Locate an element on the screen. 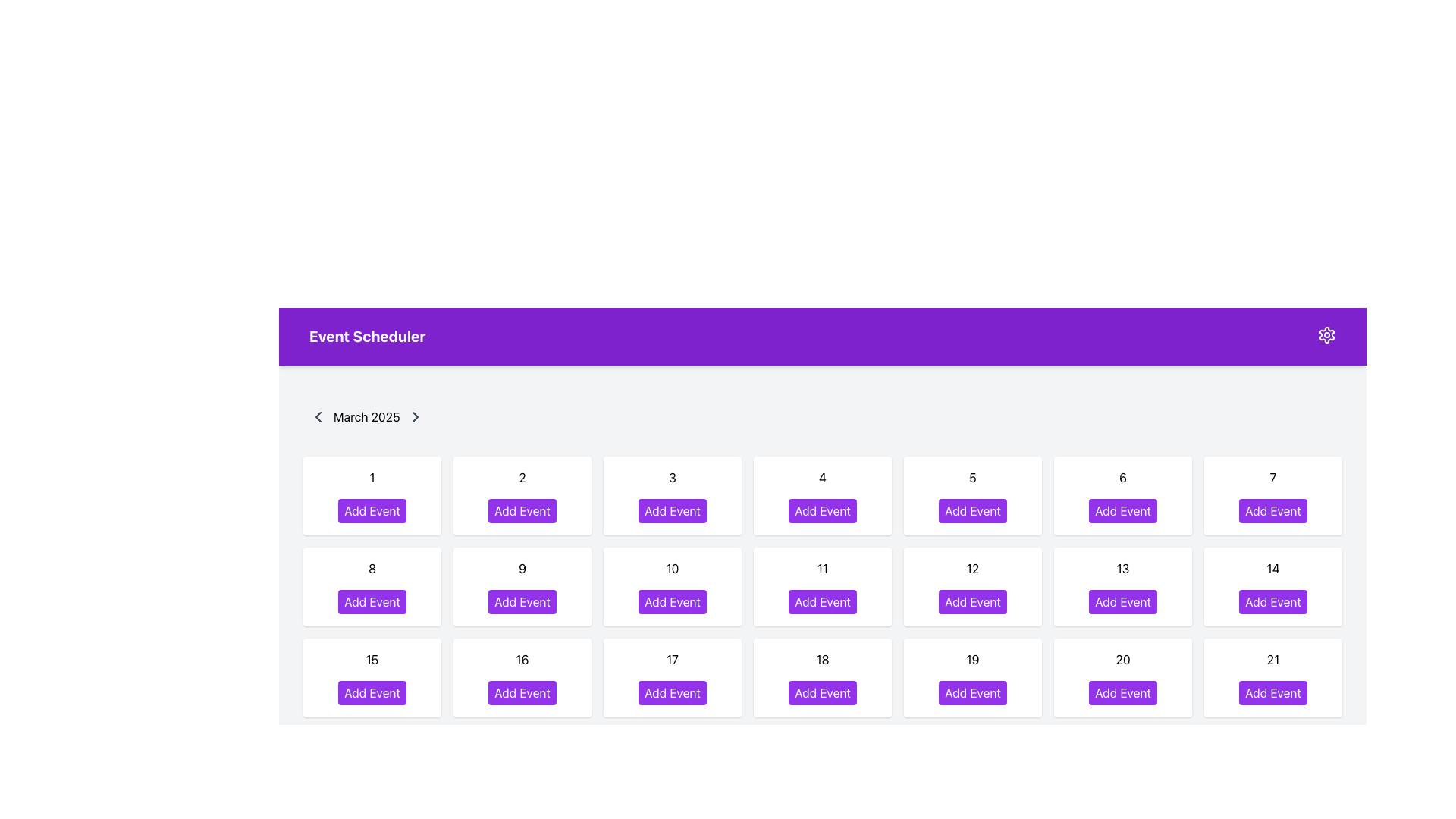 The width and height of the screenshot is (1456, 819). the button for the day labeled '9' in the calendar view is located at coordinates (522, 601).